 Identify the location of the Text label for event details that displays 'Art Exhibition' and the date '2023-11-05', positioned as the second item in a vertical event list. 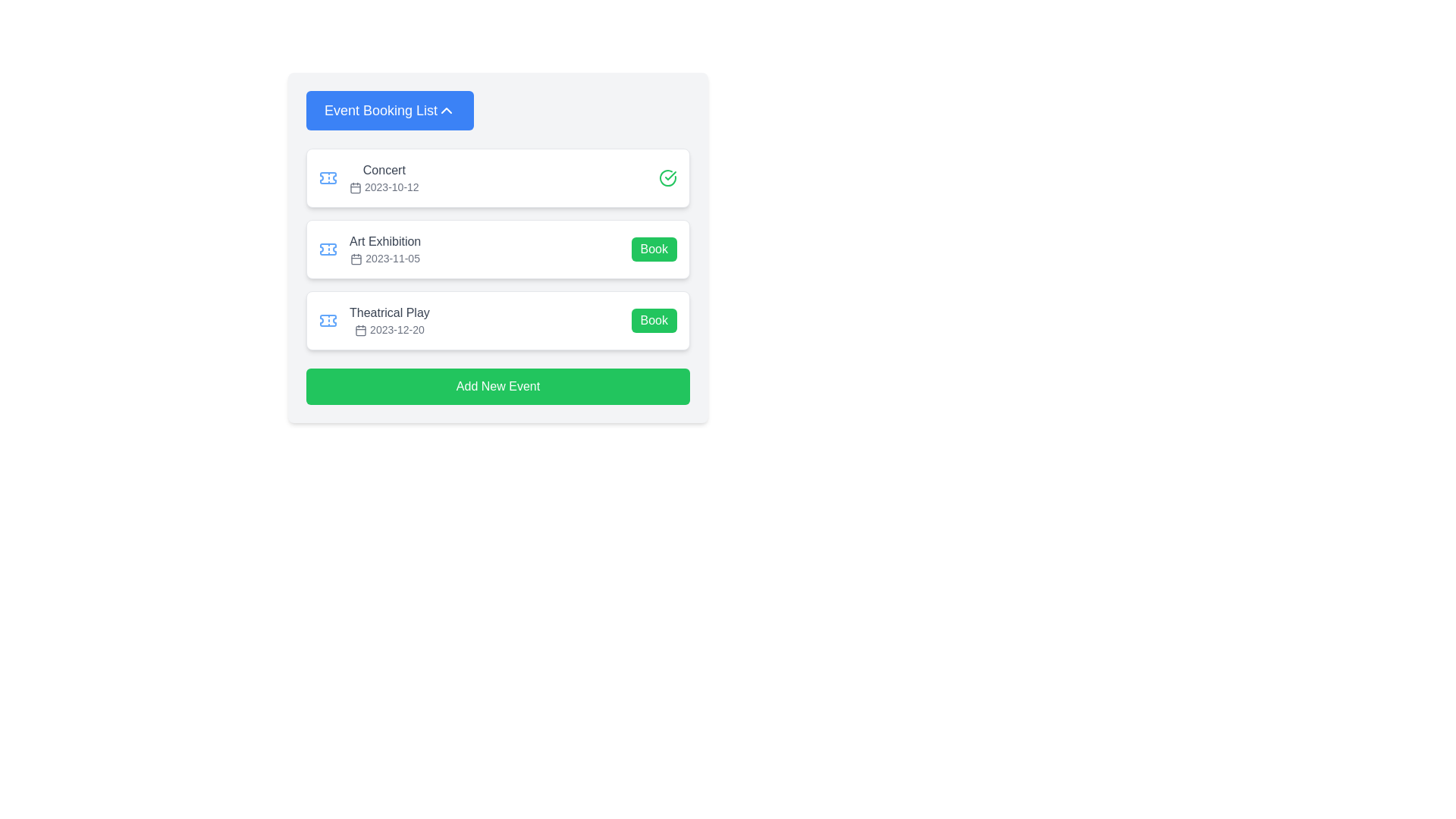
(385, 248).